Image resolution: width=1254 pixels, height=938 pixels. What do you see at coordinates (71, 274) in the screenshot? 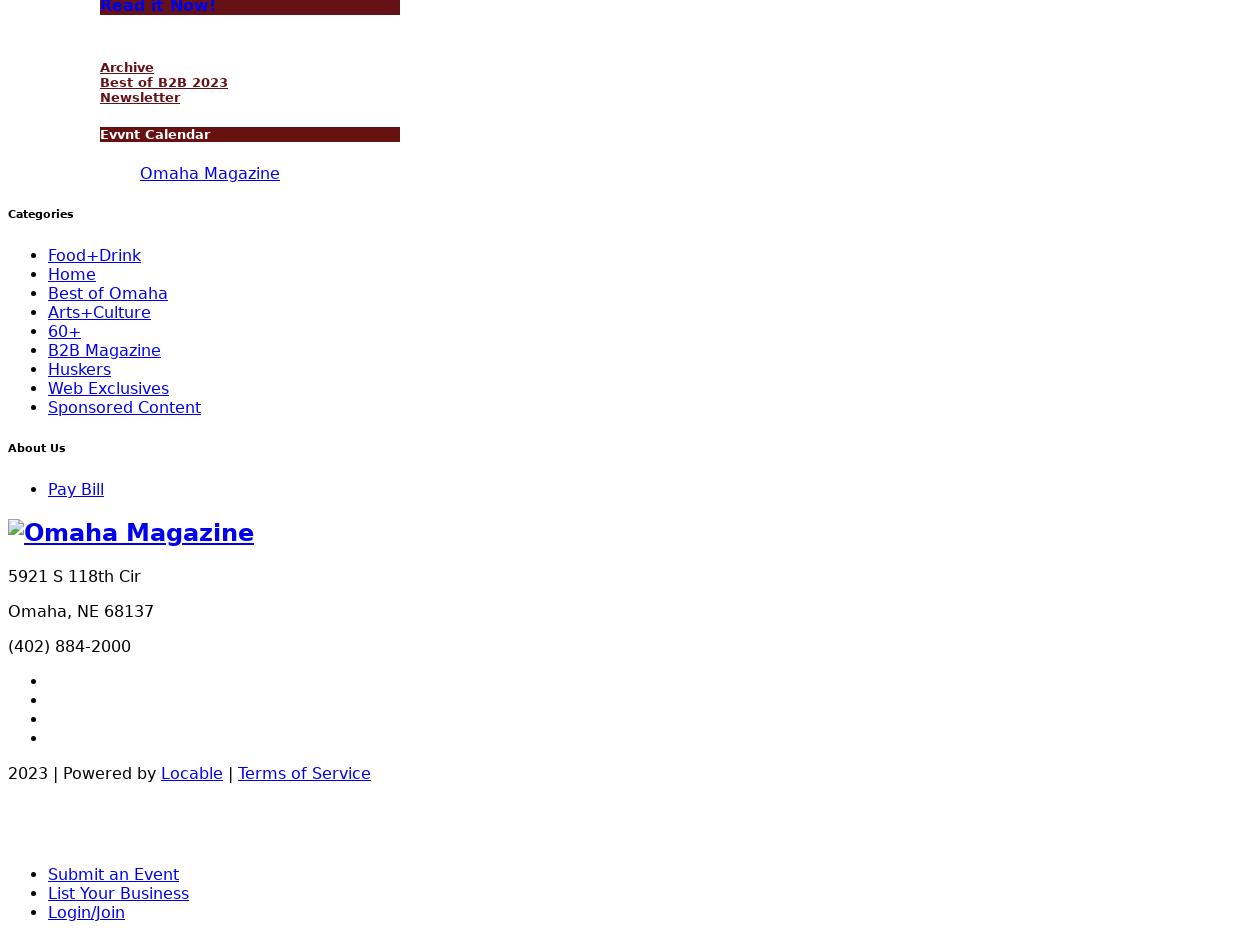
I see `'Home'` at bounding box center [71, 274].